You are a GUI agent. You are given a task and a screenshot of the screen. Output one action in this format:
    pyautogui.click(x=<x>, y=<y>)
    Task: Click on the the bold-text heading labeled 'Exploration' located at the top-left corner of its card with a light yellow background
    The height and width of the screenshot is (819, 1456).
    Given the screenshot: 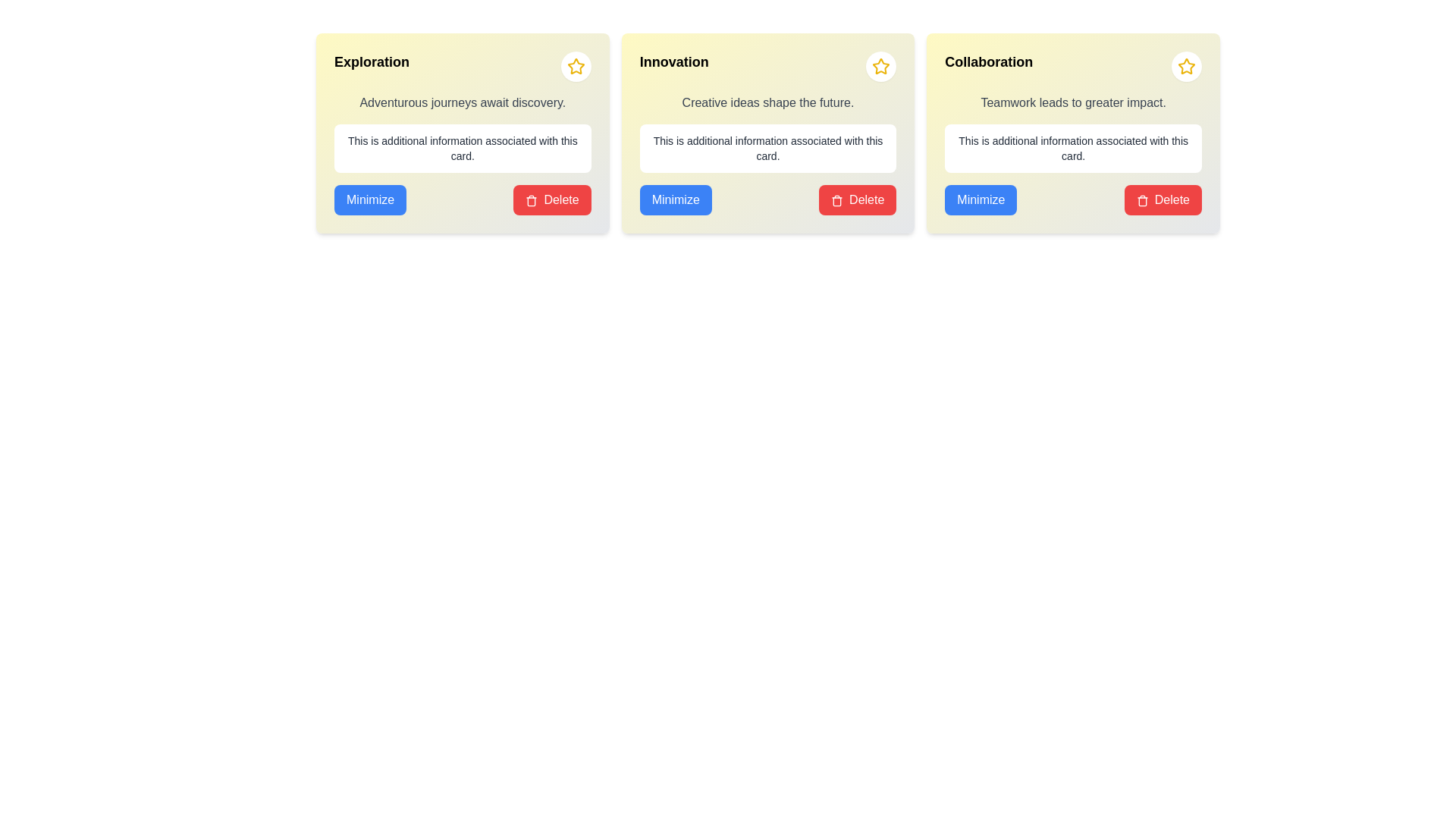 What is the action you would take?
    pyautogui.click(x=372, y=66)
    